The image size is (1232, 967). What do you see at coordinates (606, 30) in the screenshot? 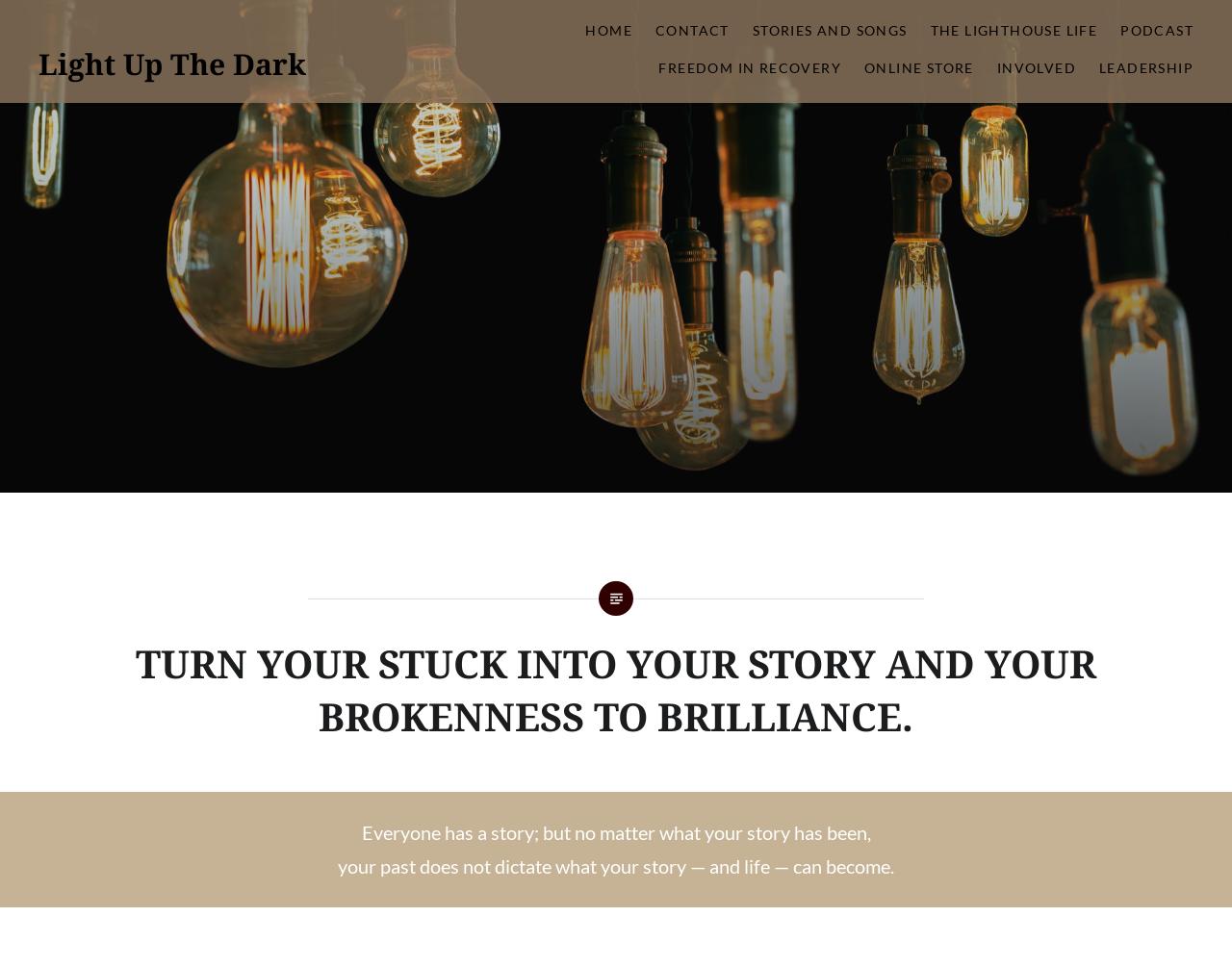
I see `'Home'` at bounding box center [606, 30].